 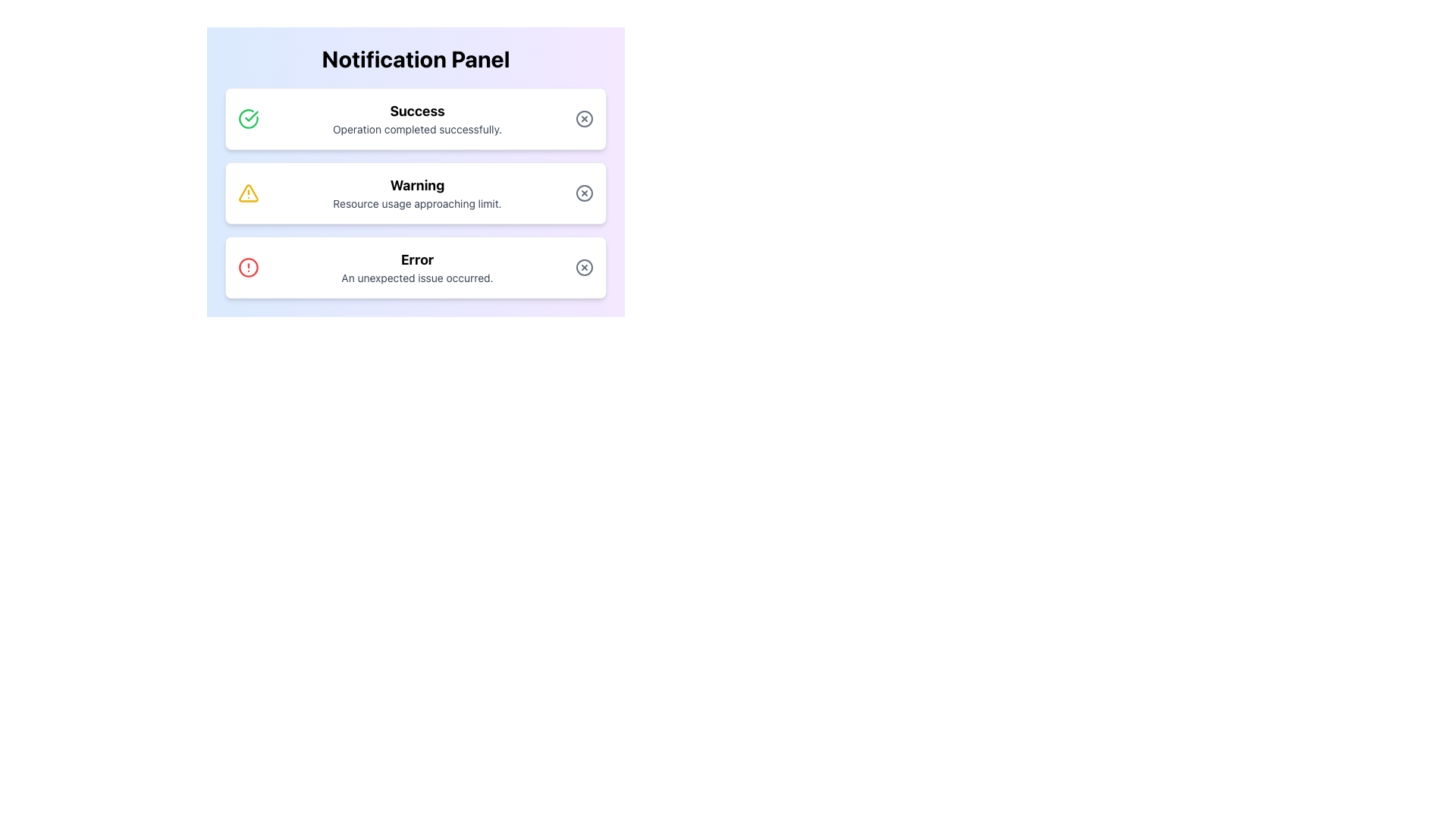 What do you see at coordinates (417, 192) in the screenshot?
I see `the two-line textual display that shows 'Warning' in bold and 'Resource usage approaching limit.' in smaller gray font, centrally aligned within the middle notification card` at bounding box center [417, 192].